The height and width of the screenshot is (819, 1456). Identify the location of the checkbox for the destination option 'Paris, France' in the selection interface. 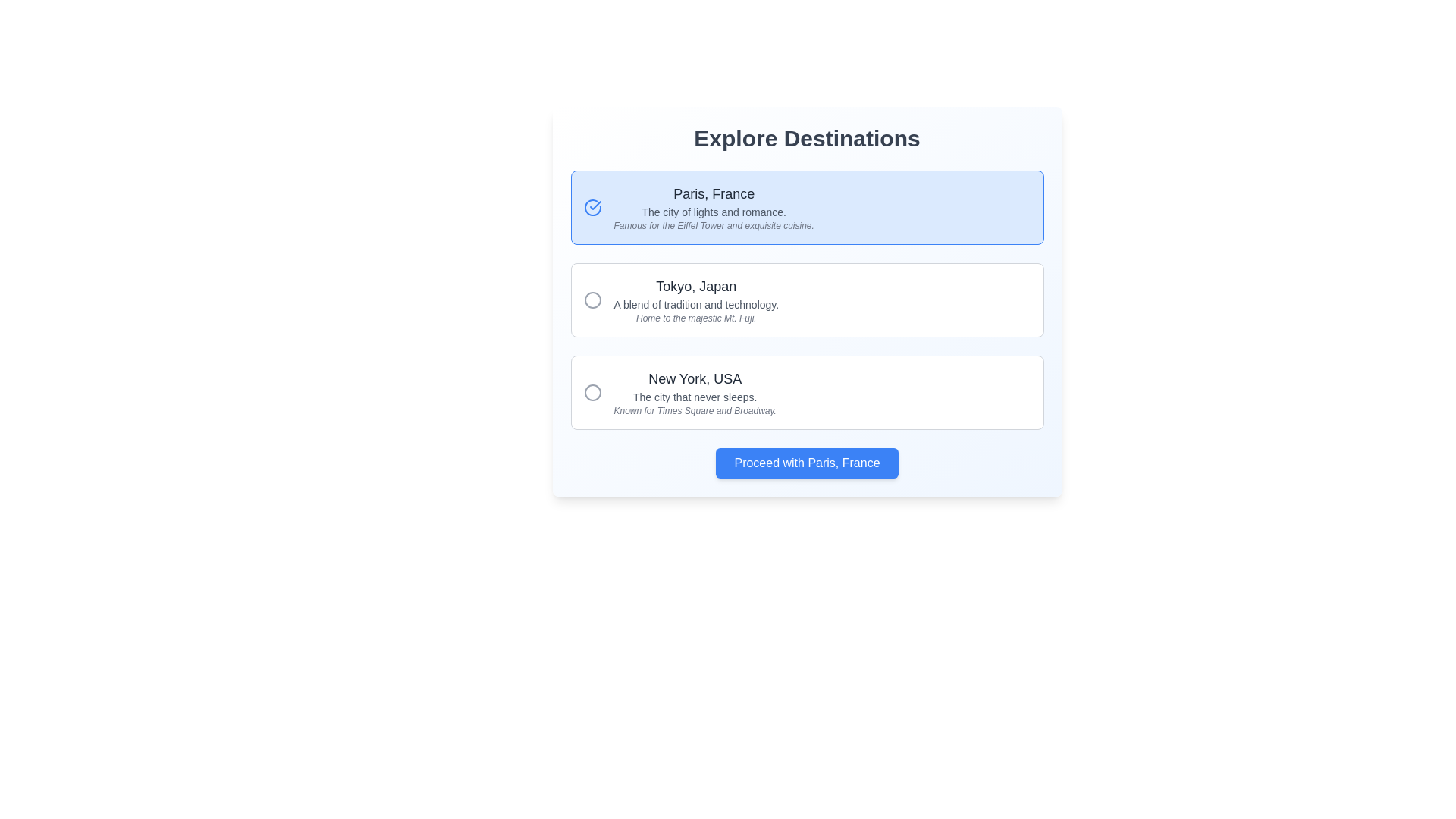
(806, 207).